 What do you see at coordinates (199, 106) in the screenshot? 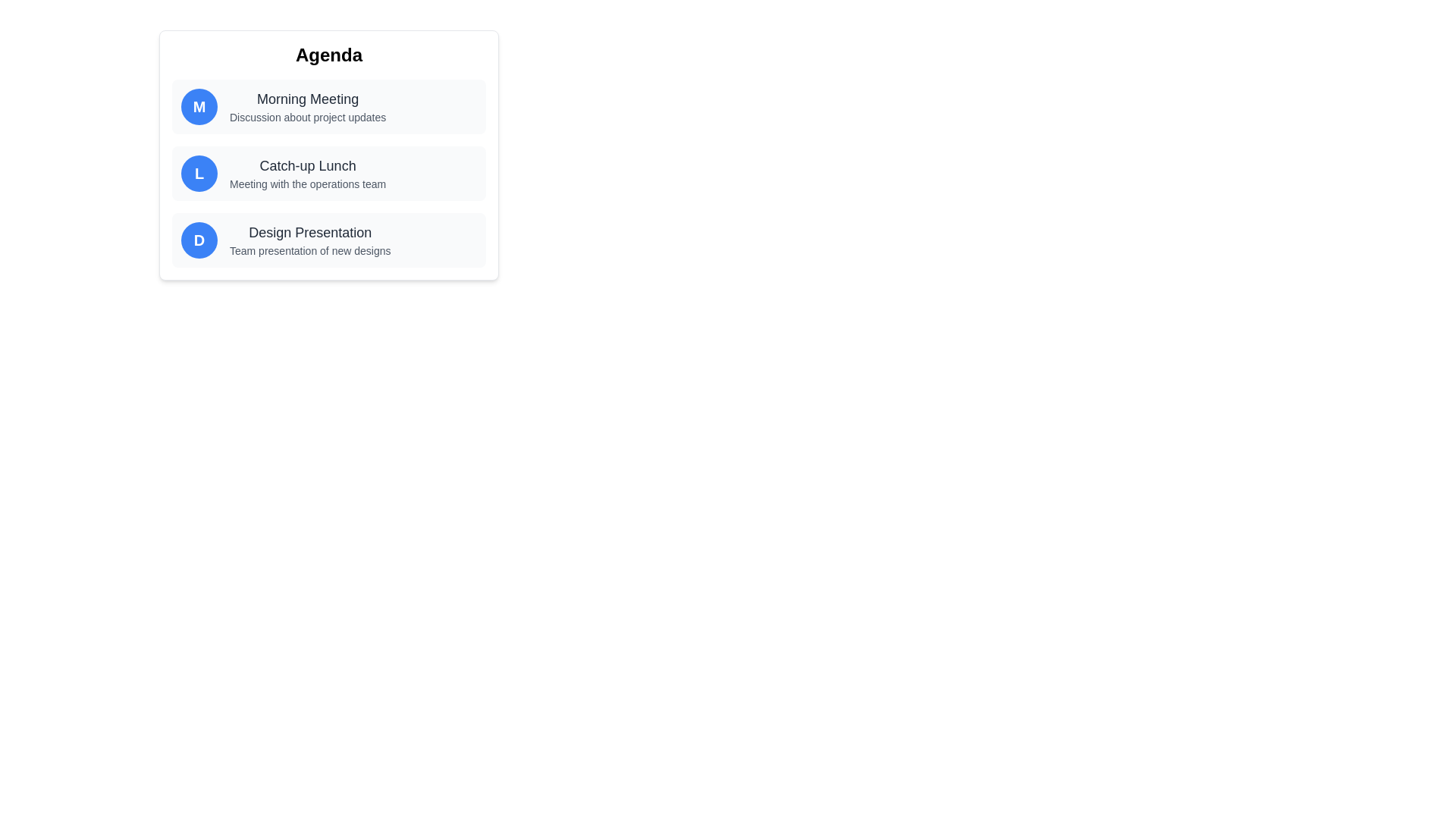
I see `the circular badge with a blue background and white 'M' text` at bounding box center [199, 106].